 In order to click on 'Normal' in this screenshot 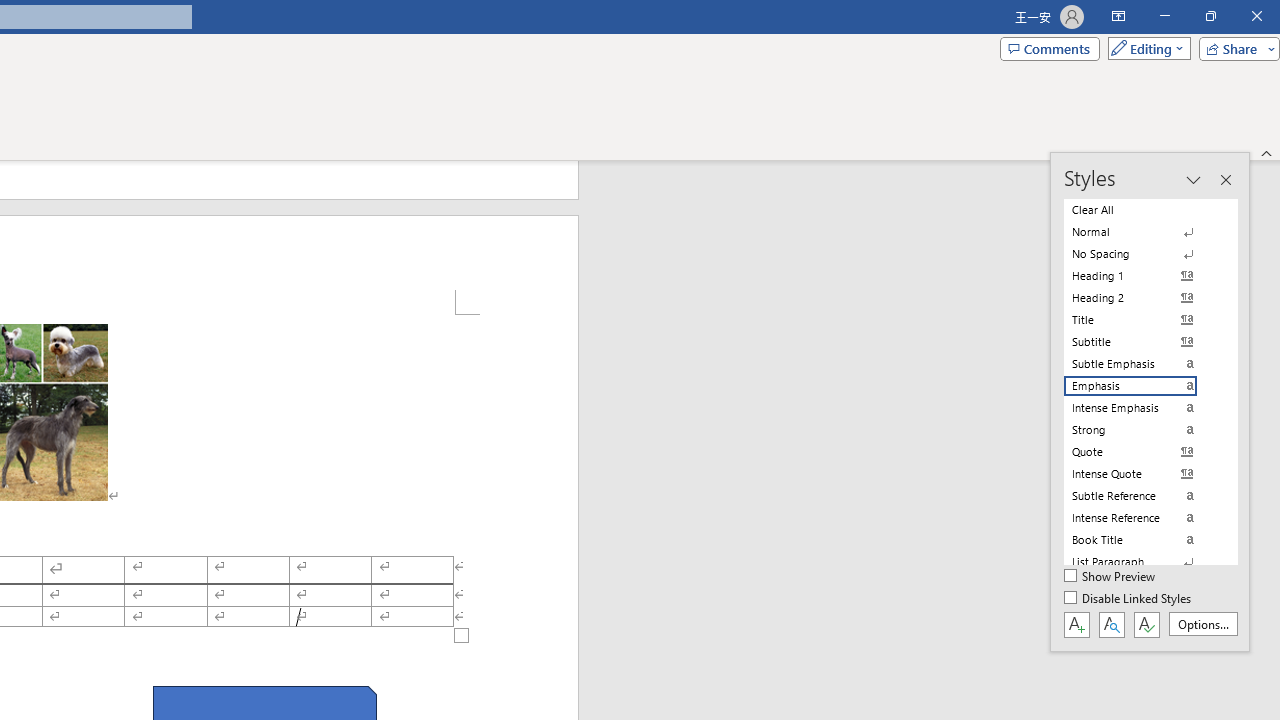, I will do `click(1142, 231)`.